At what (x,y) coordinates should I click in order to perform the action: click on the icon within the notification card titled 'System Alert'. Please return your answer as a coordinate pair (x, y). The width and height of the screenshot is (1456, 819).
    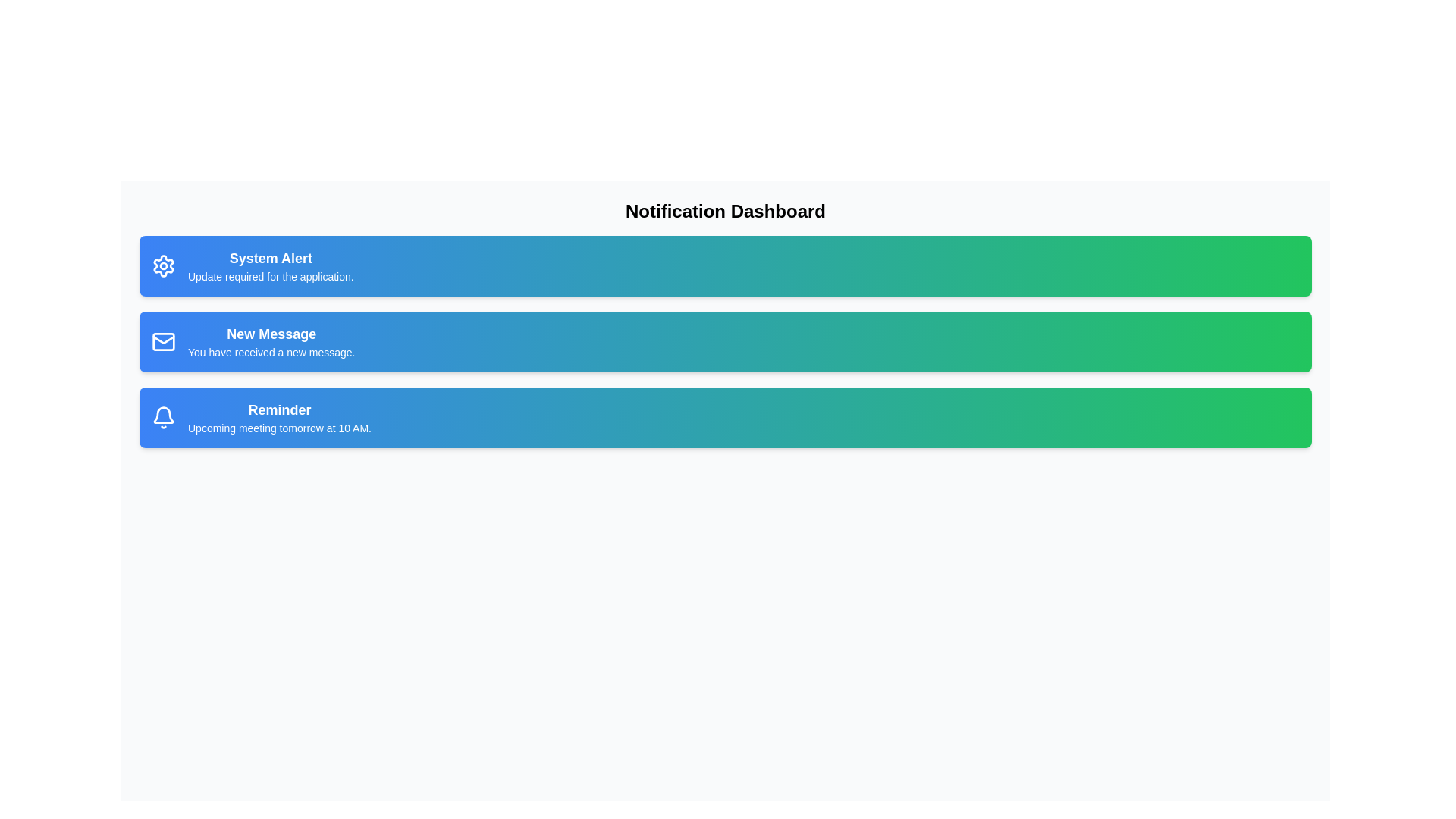
    Looking at the image, I should click on (164, 265).